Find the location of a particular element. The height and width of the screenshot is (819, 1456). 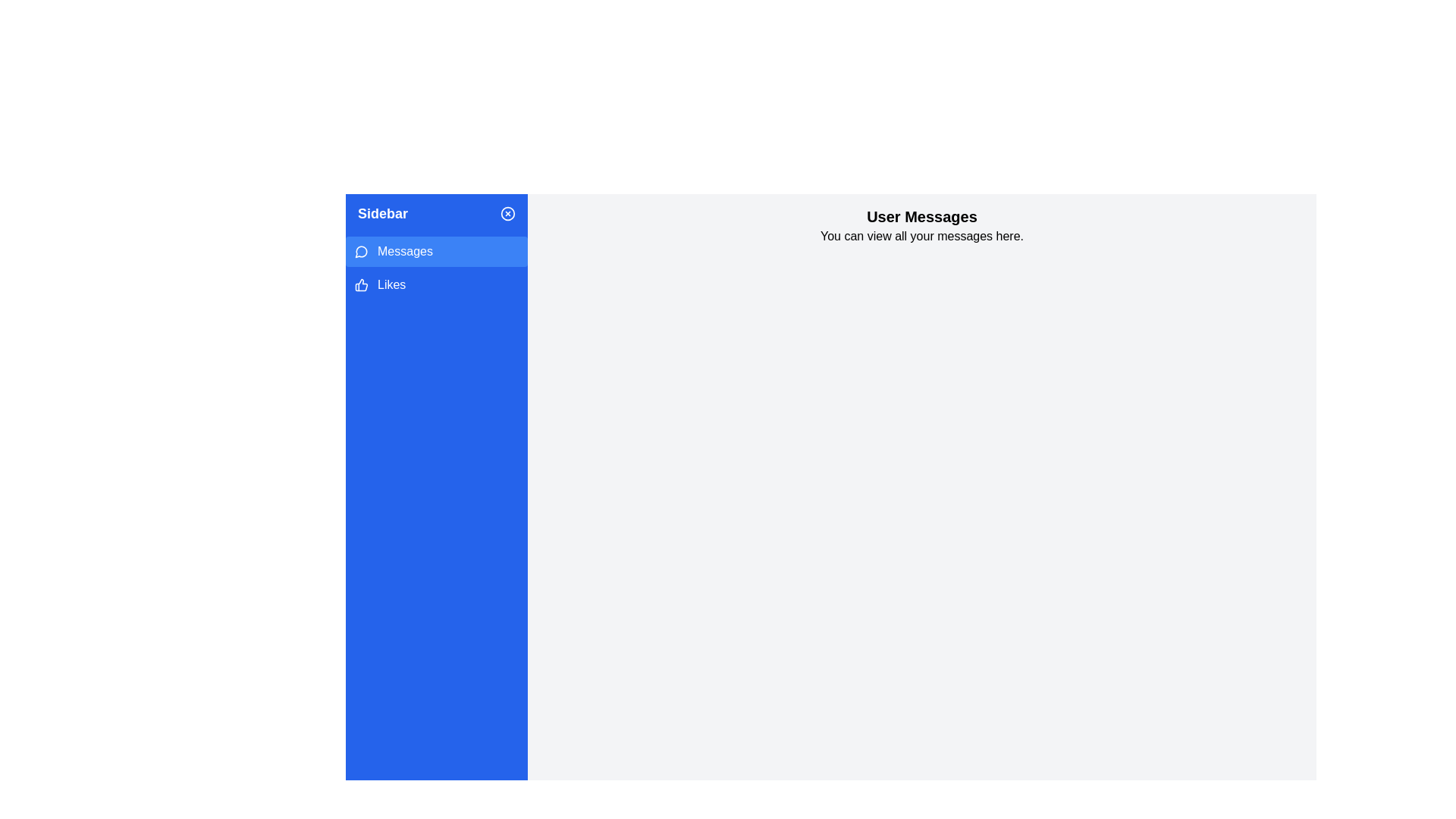

static text label displaying 'You can view all your messages here.' located below the heading 'User Messages' is located at coordinates (921, 237).